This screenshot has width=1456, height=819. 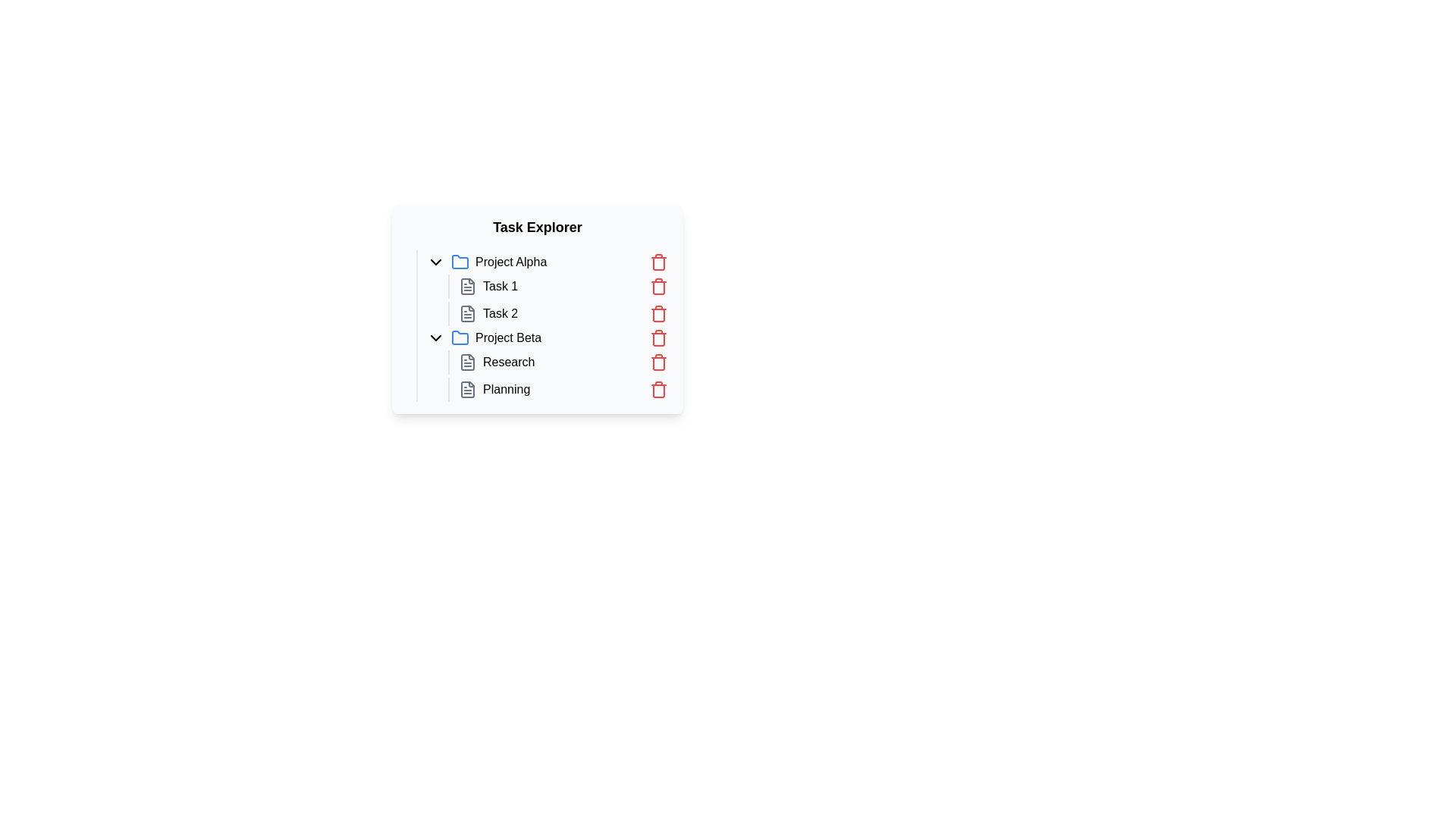 I want to click on the delete button located to the right of 'Task 1' in the task list under 'Project Alpha', so click(x=658, y=287).